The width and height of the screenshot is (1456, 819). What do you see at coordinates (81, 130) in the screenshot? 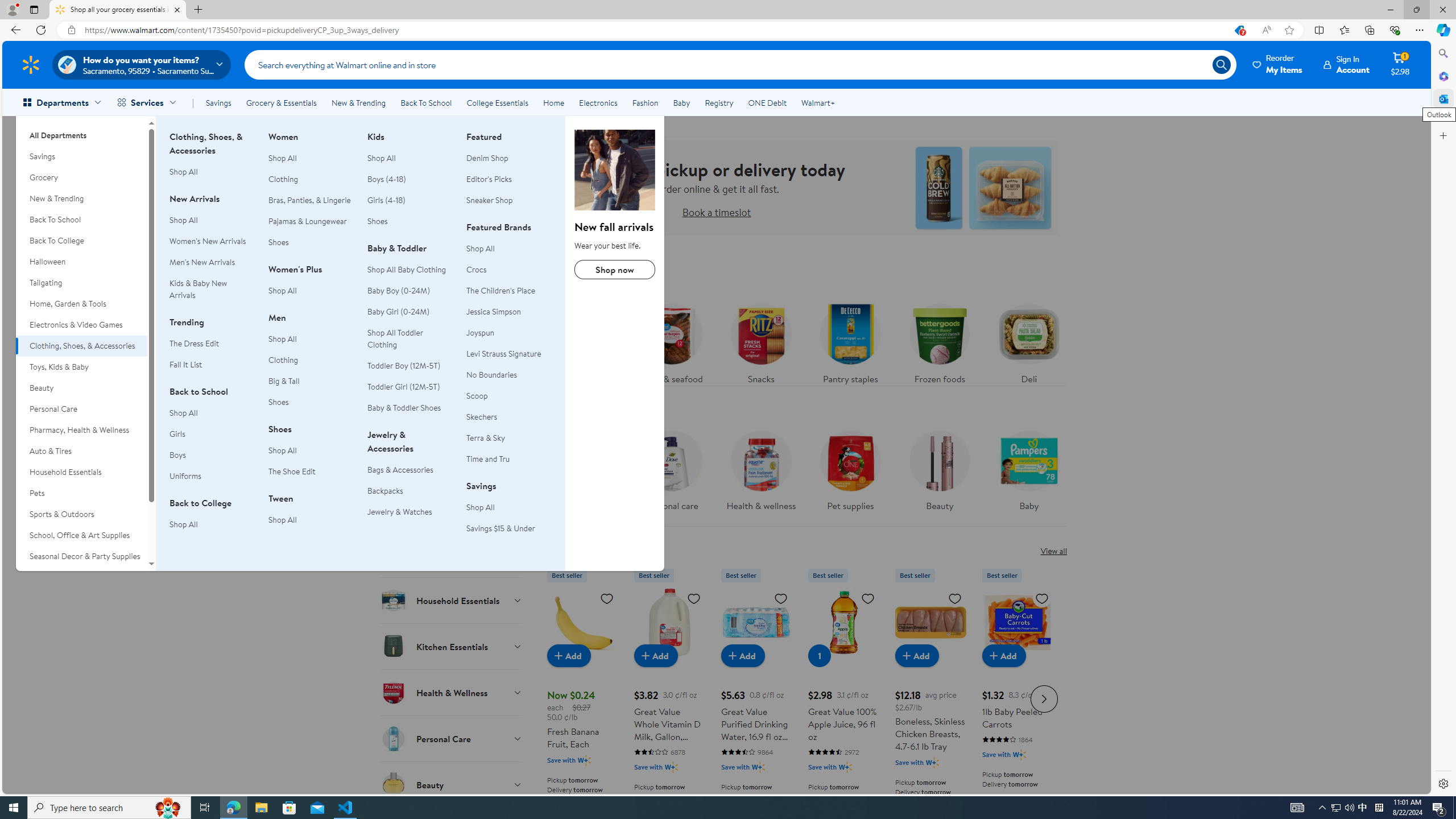
I see `'All Departments'` at bounding box center [81, 130].